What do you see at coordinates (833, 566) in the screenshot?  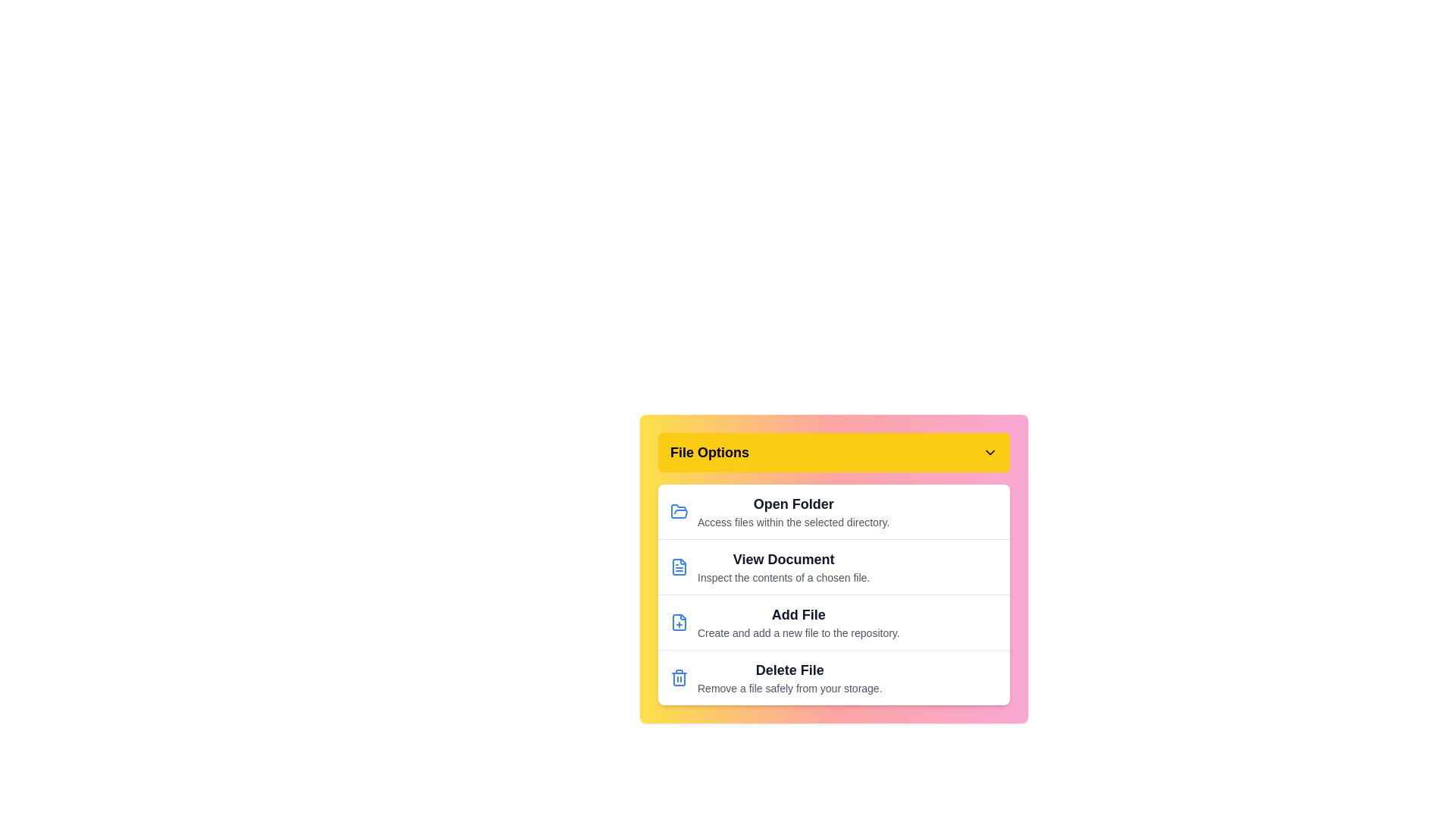 I see `the second selectable menu option` at bounding box center [833, 566].